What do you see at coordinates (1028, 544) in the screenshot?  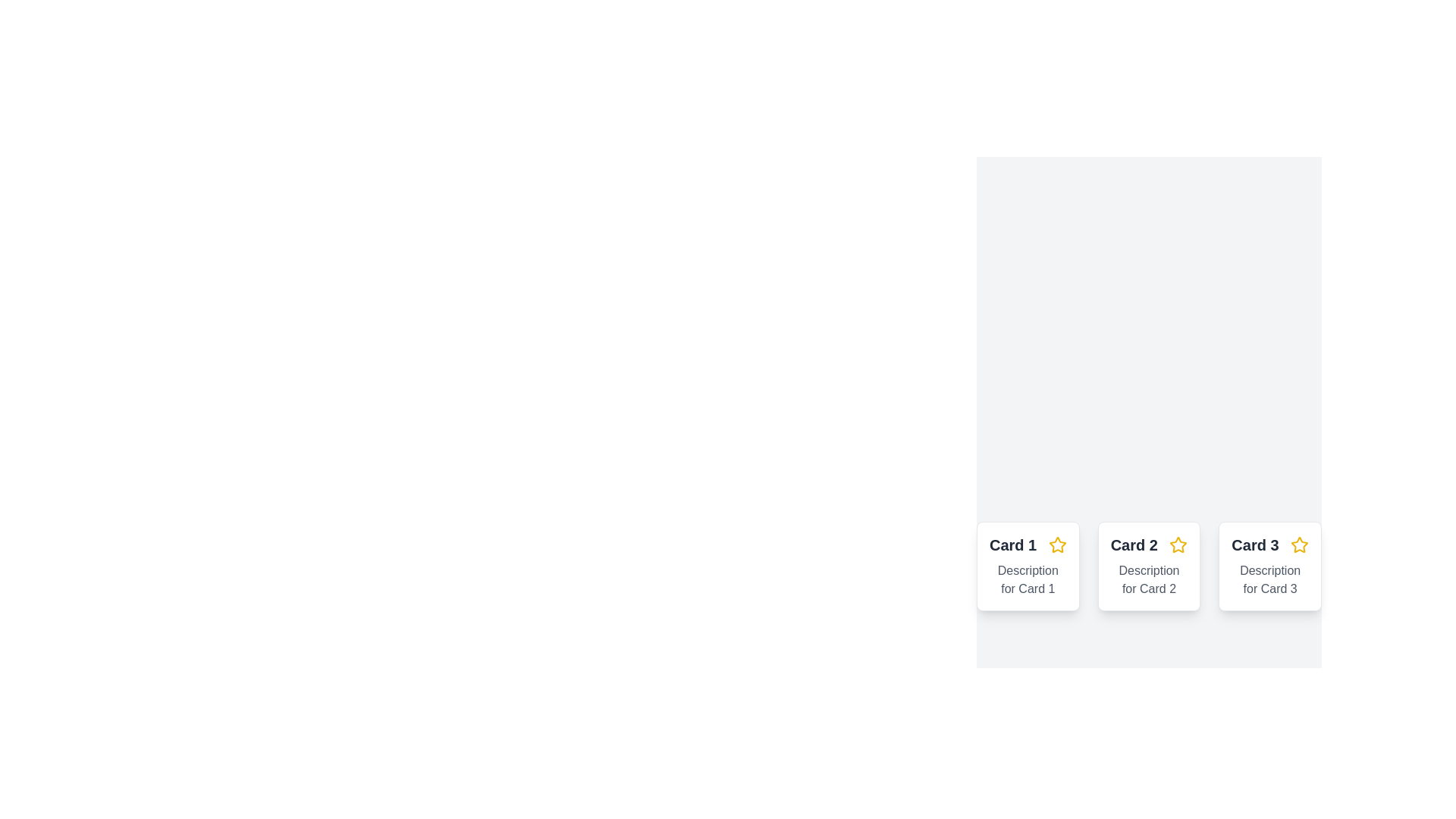 I see `the title section of 'Card 1', which includes bold text and a star icon, located at the top of the card` at bounding box center [1028, 544].